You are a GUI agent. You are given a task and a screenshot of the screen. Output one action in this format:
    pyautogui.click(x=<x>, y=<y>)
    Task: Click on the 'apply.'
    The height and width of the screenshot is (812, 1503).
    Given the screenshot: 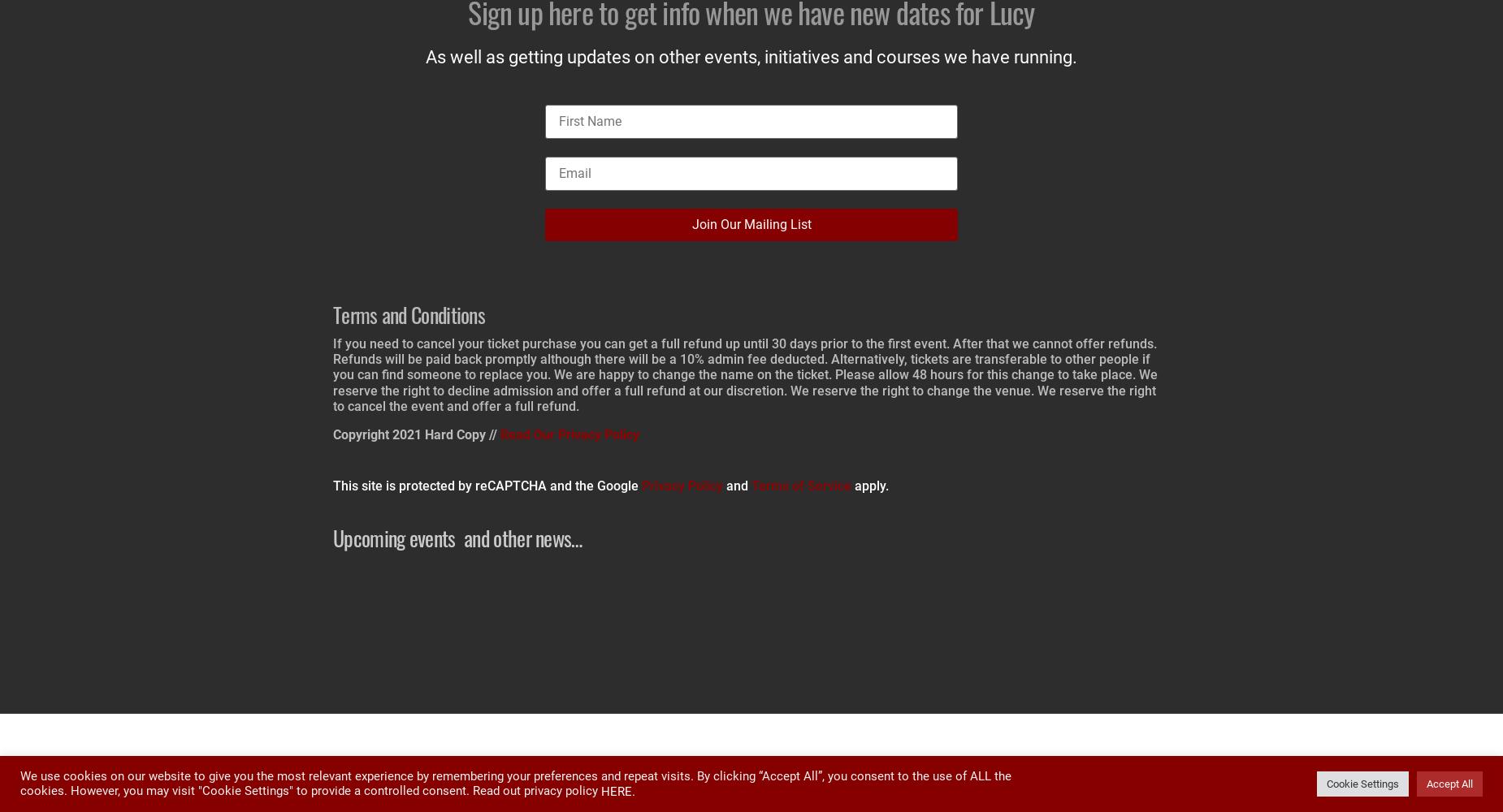 What is the action you would take?
    pyautogui.click(x=851, y=485)
    